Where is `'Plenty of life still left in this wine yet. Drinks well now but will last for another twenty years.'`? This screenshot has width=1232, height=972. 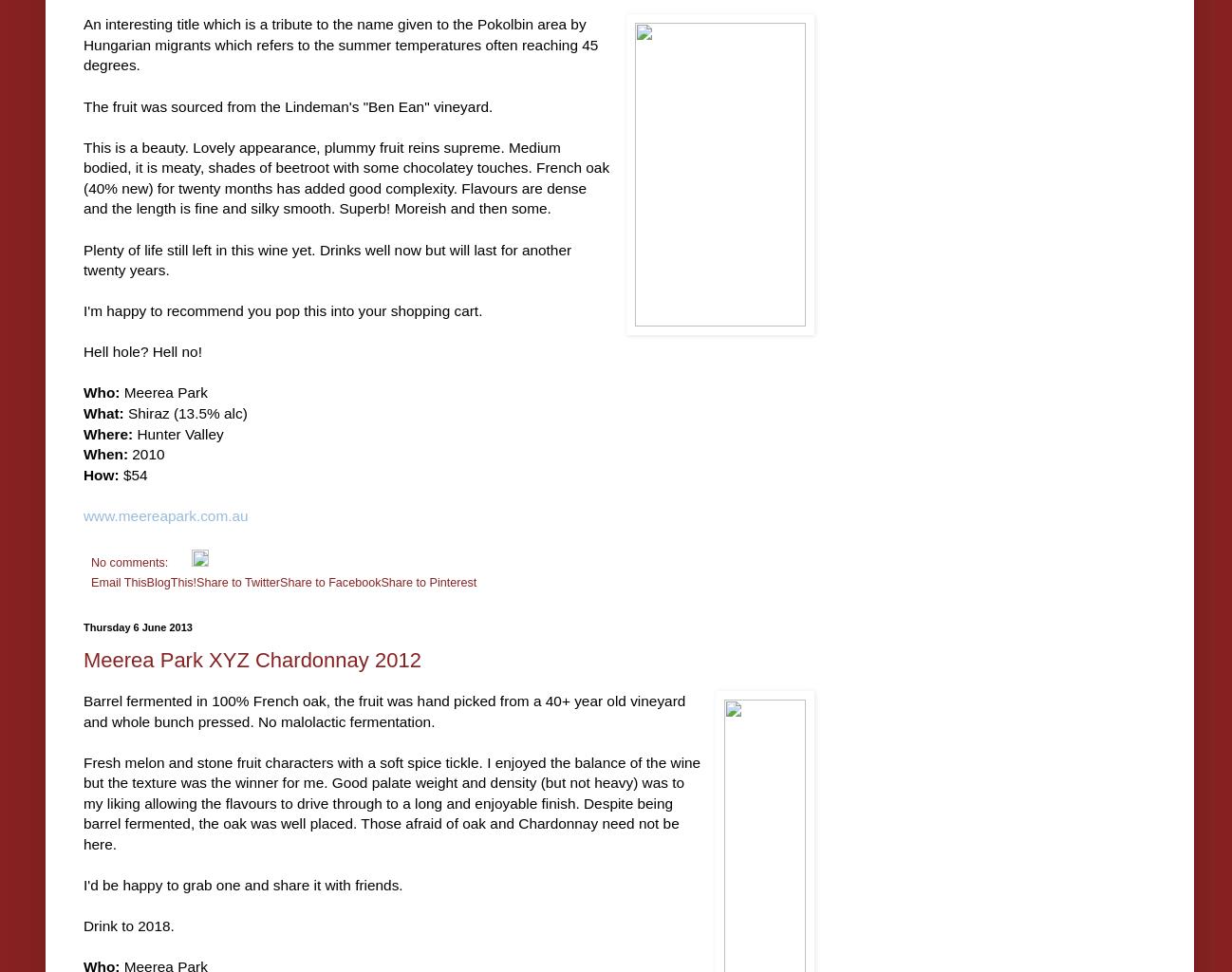 'Plenty of life still left in this wine yet. Drinks well now but will last for another twenty years.' is located at coordinates (84, 259).